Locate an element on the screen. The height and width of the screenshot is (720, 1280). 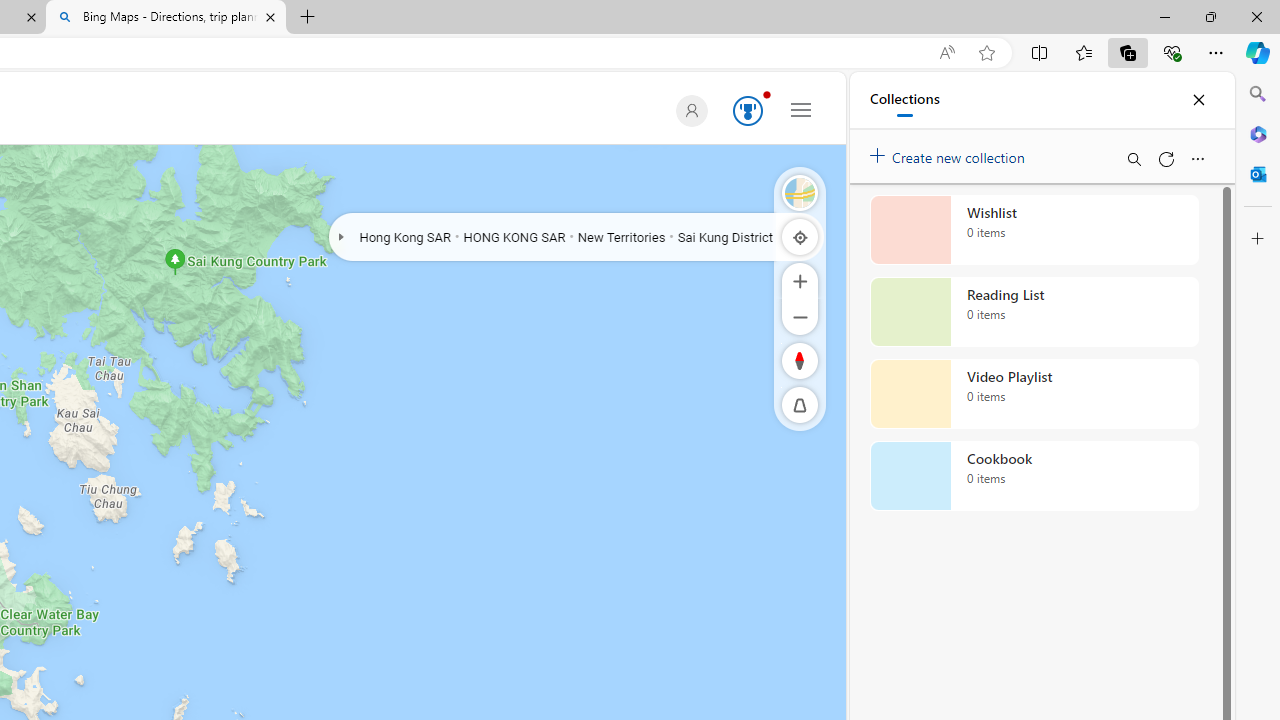
'Microsoft 365' is located at coordinates (1257, 133).